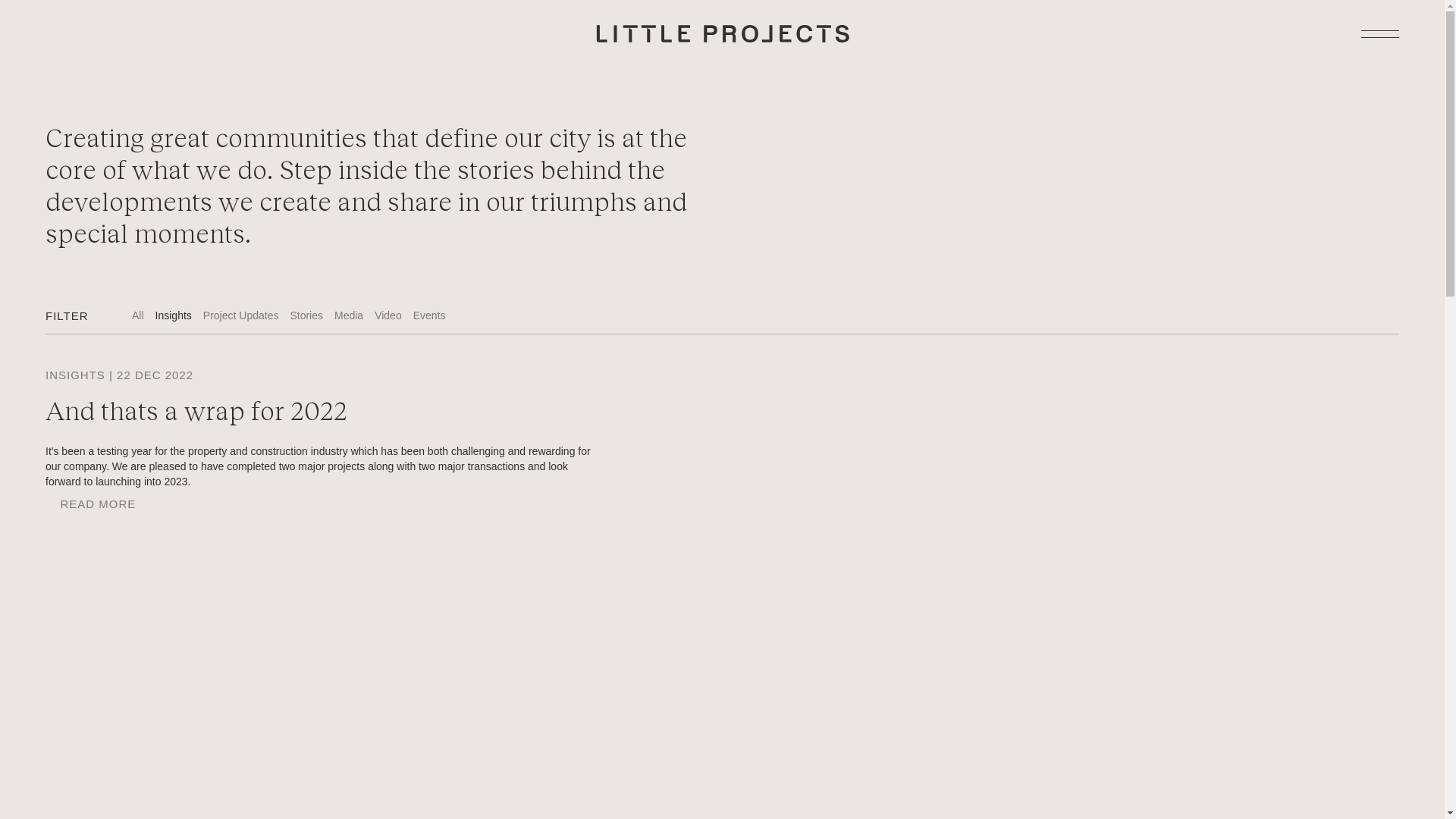 This screenshot has width=1456, height=819. Describe the element at coordinates (89, 504) in the screenshot. I see `'READ MORE'` at that location.